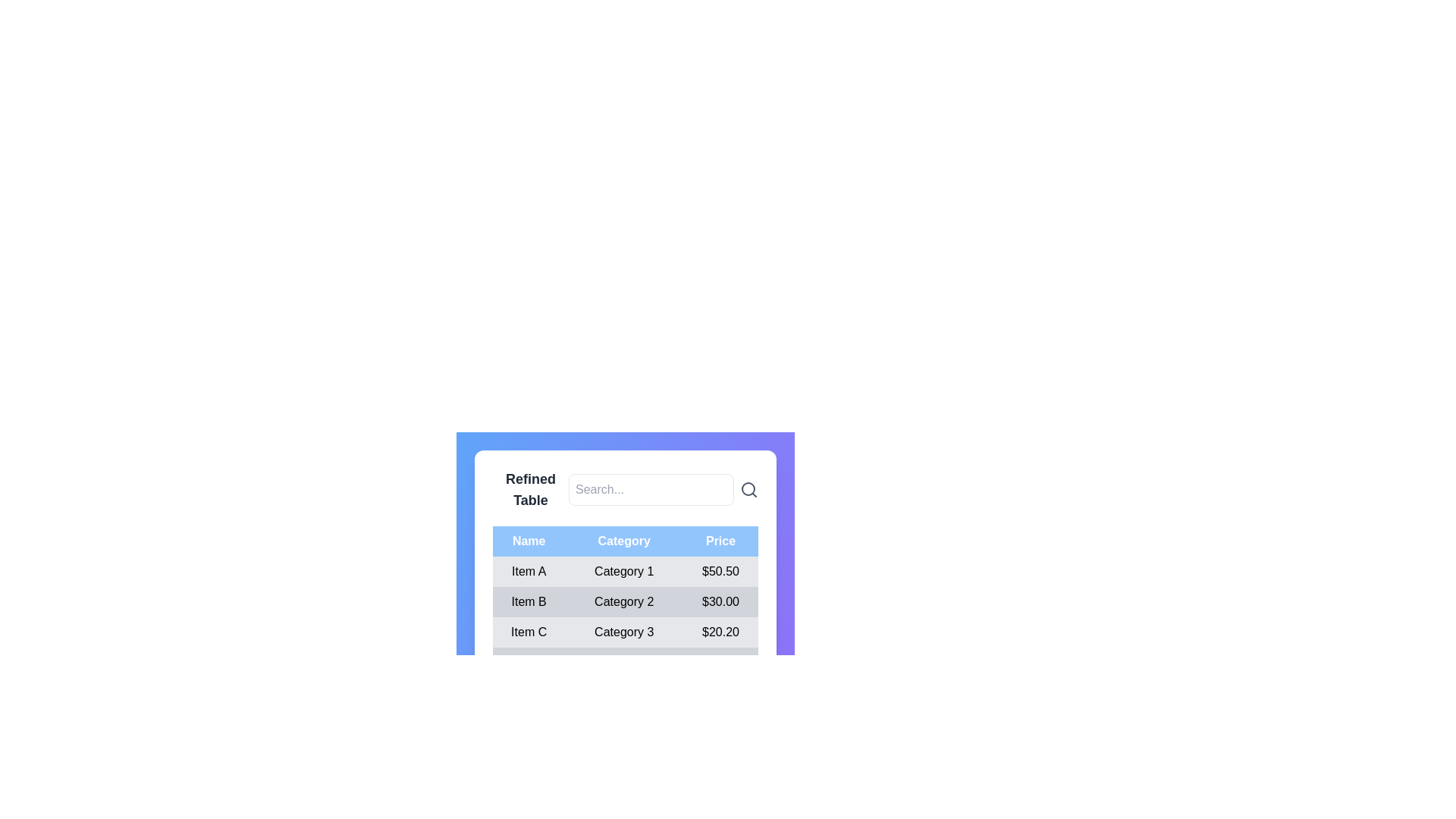 The height and width of the screenshot is (819, 1456). What do you see at coordinates (624, 571) in the screenshot?
I see `the text cell displaying 'Category 1' in the first row of the table, which is styled with a light background and bold black text` at bounding box center [624, 571].